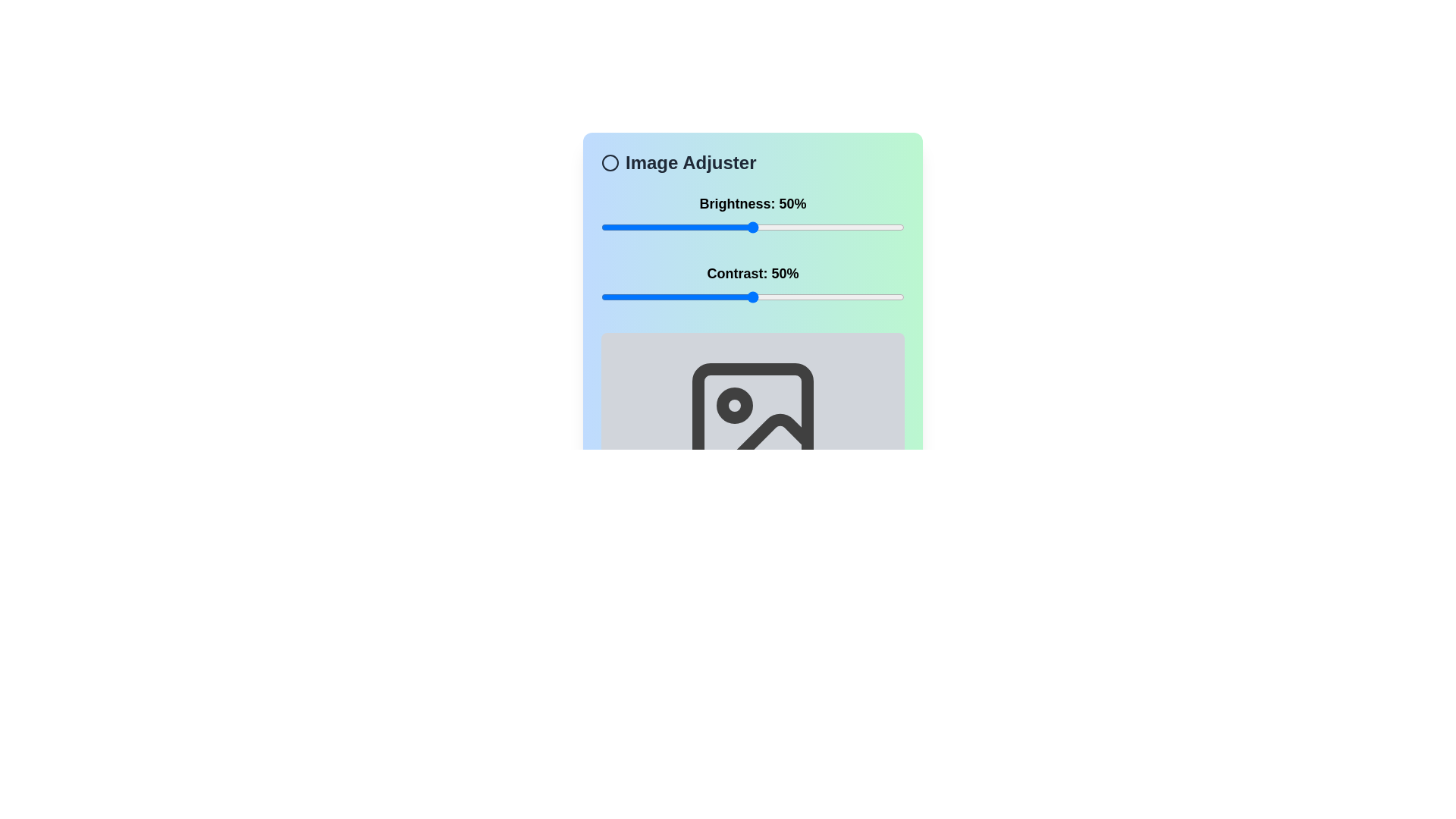  I want to click on the brightness slider to 96%, so click(892, 227).